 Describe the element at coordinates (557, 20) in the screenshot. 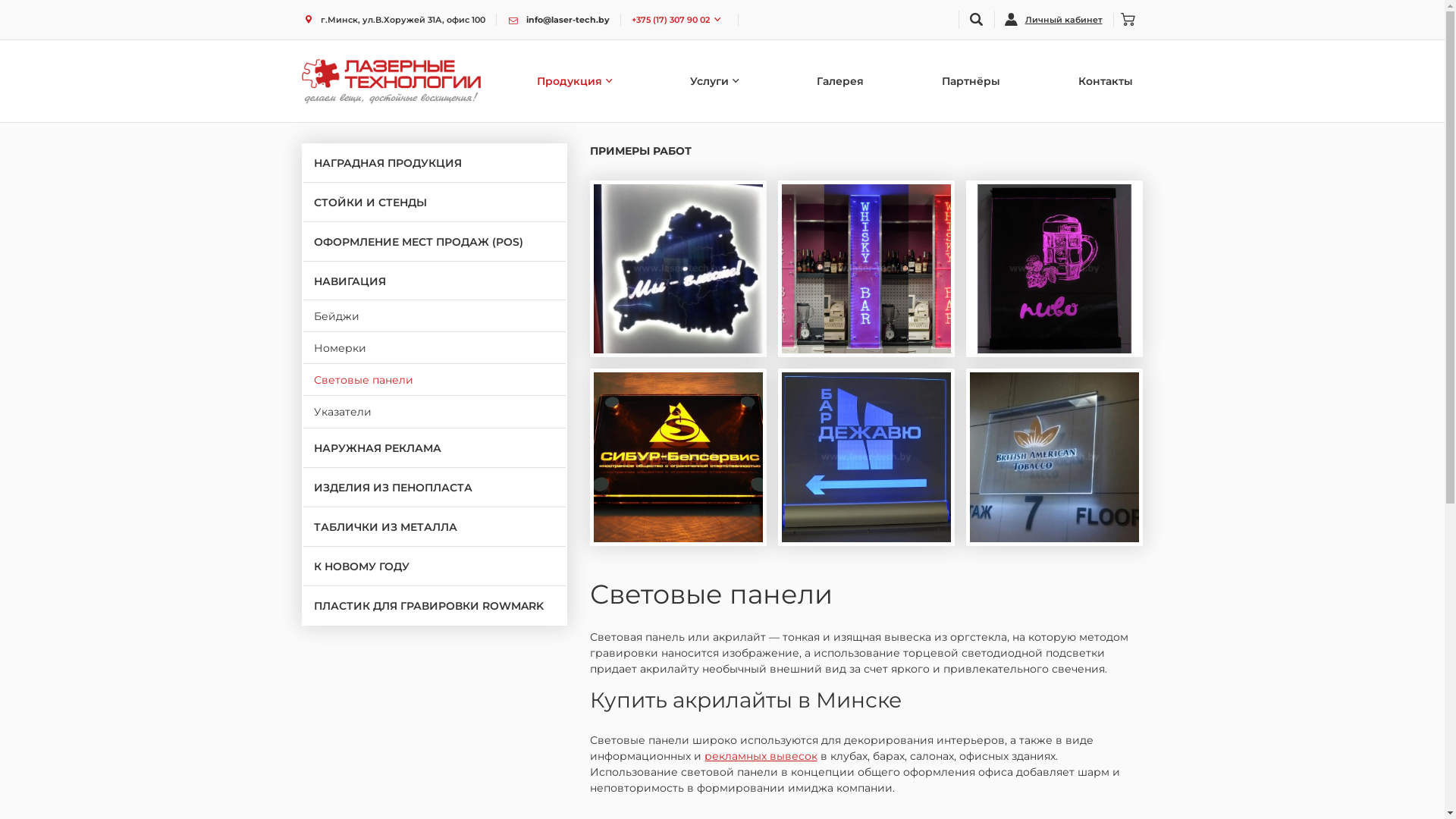

I see `'info@laser-tech.by'` at that location.